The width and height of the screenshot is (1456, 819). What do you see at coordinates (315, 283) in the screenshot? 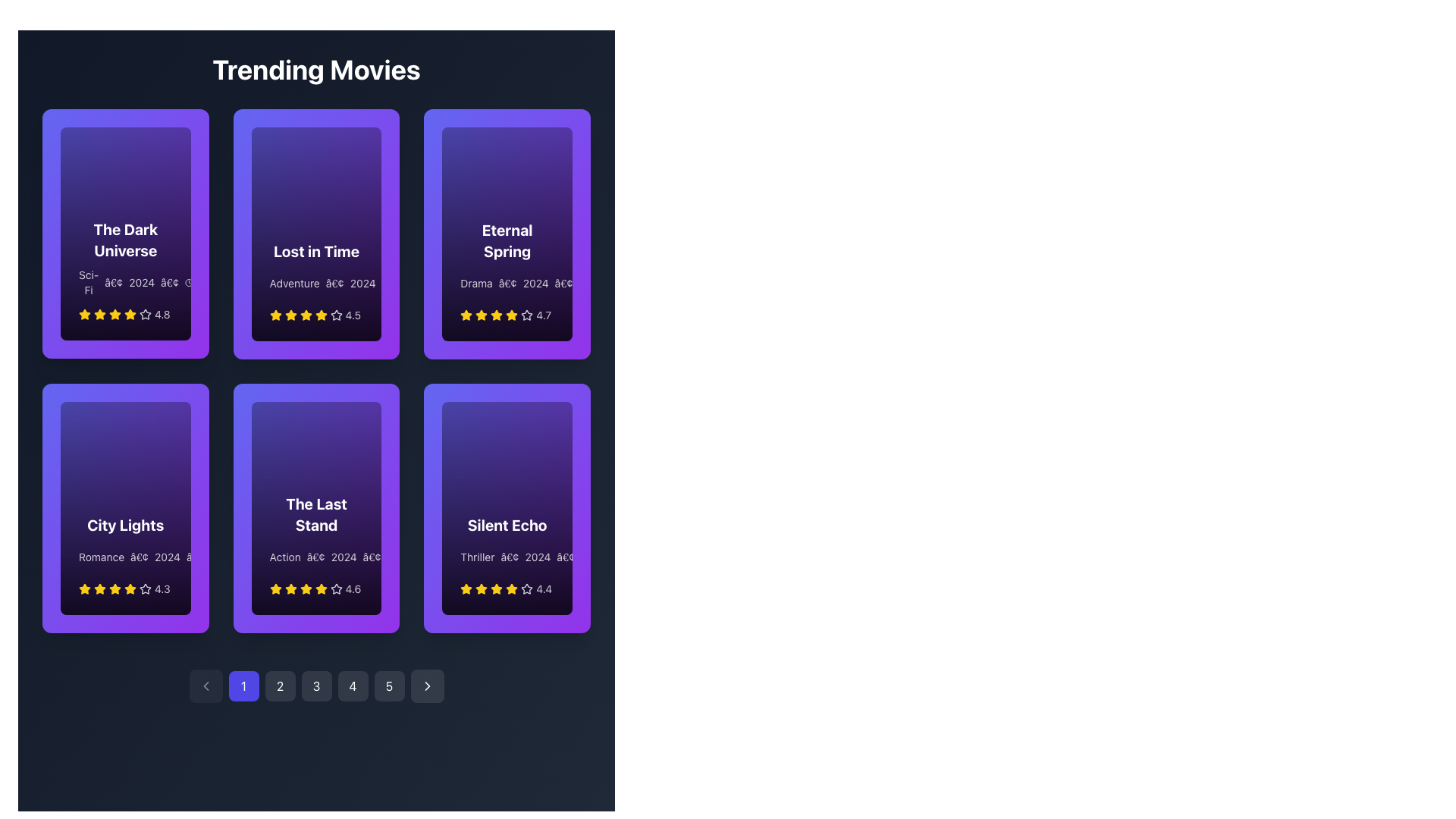
I see `the label that provides details about the movie 'Lost in Time', which is positioned below the title and above the rating stars` at bounding box center [315, 283].